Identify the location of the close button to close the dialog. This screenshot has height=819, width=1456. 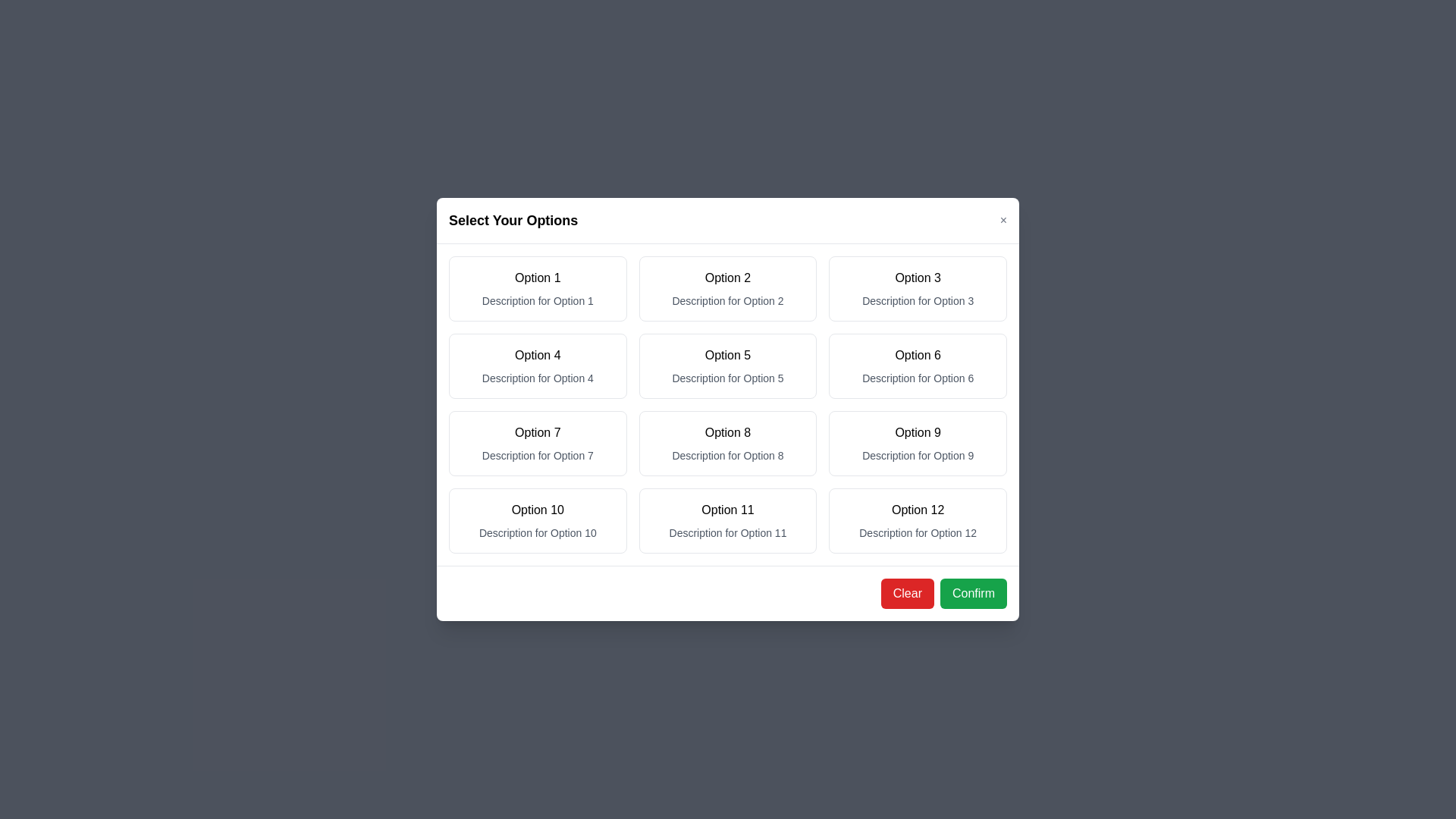
(1003, 220).